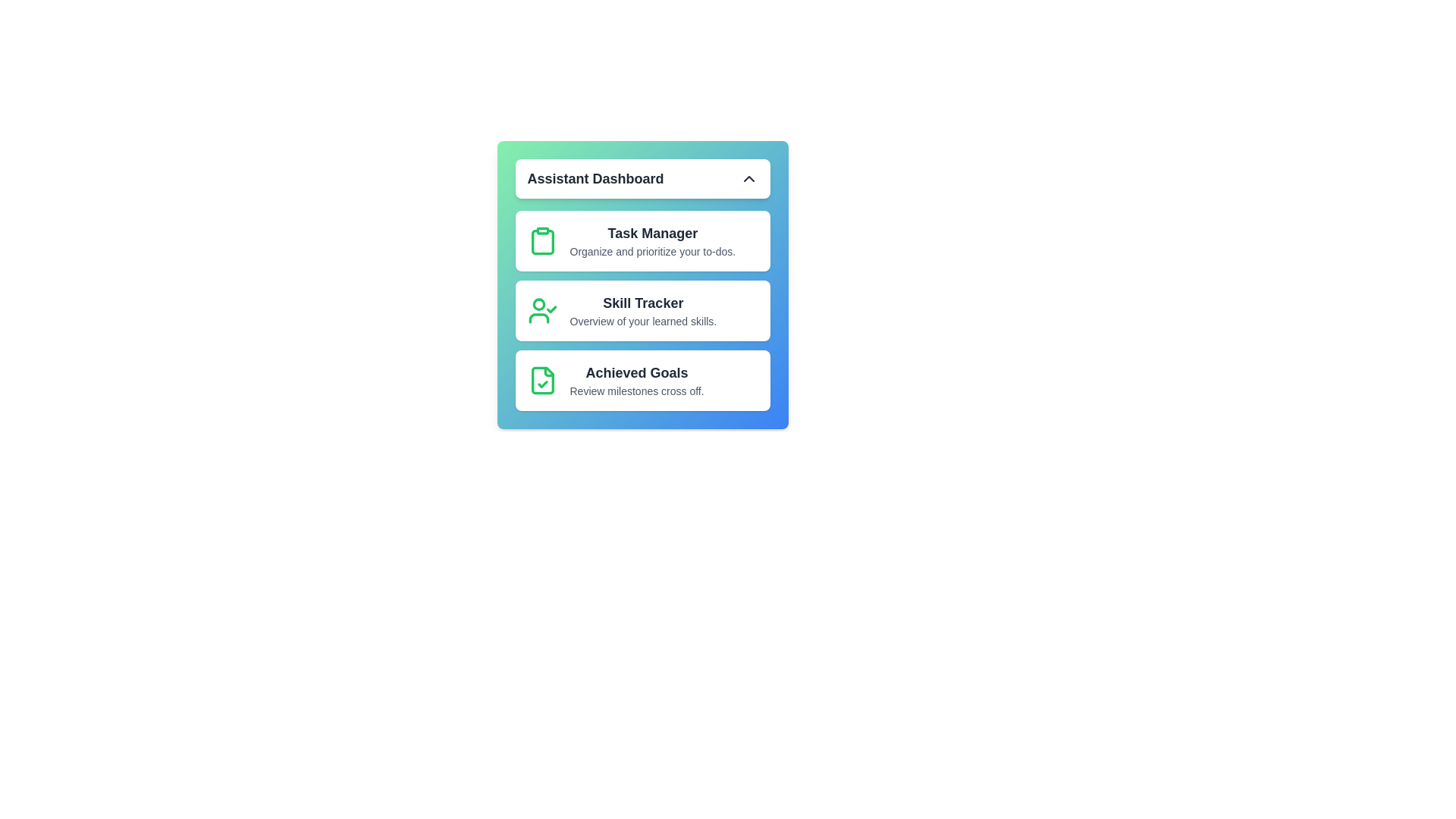 The image size is (1456, 819). What do you see at coordinates (542, 379) in the screenshot?
I see `the icon associated with the Achieved Goals option` at bounding box center [542, 379].